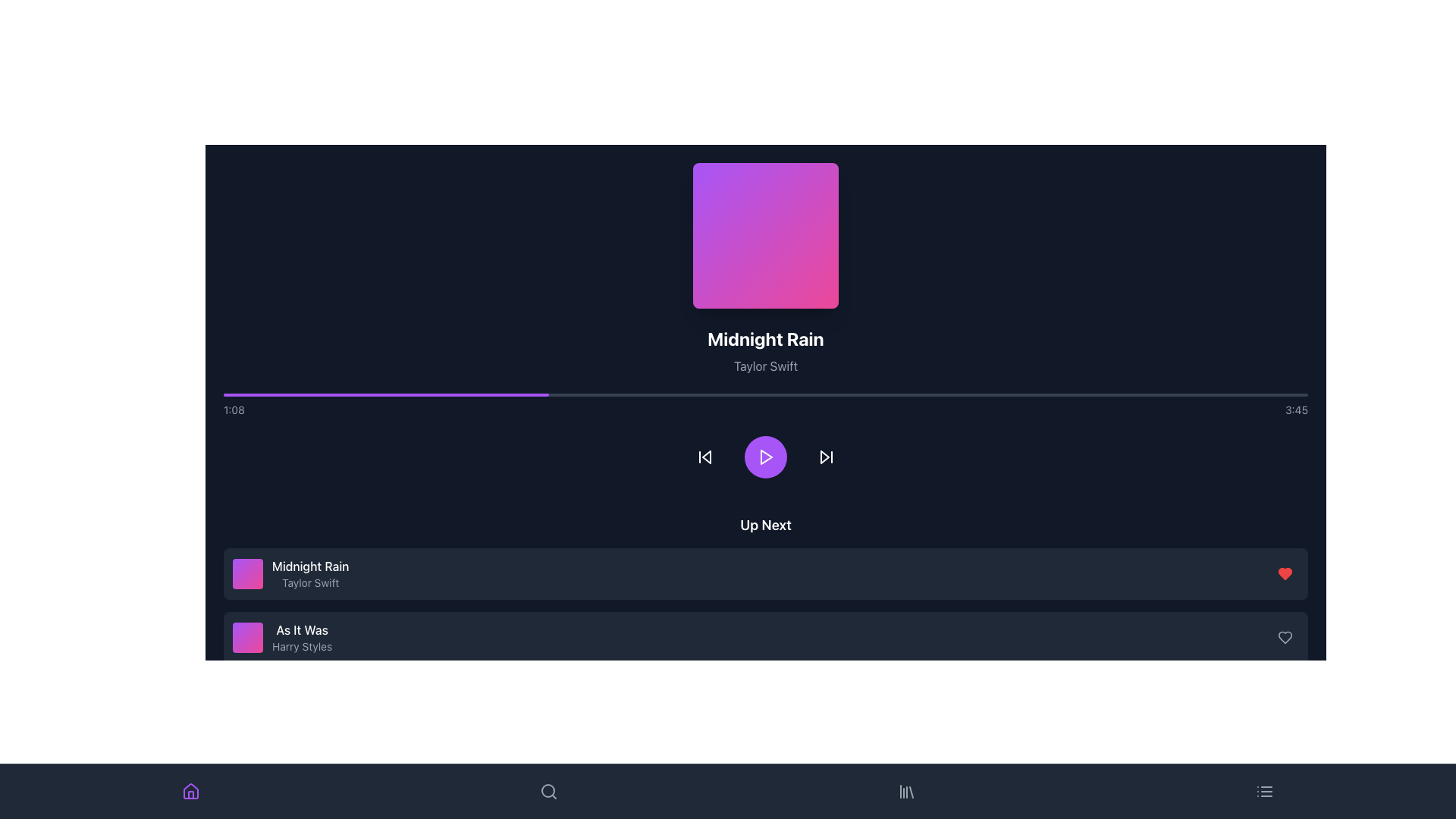 The image size is (1456, 819). What do you see at coordinates (516, 394) in the screenshot?
I see `the progress bar` at bounding box center [516, 394].